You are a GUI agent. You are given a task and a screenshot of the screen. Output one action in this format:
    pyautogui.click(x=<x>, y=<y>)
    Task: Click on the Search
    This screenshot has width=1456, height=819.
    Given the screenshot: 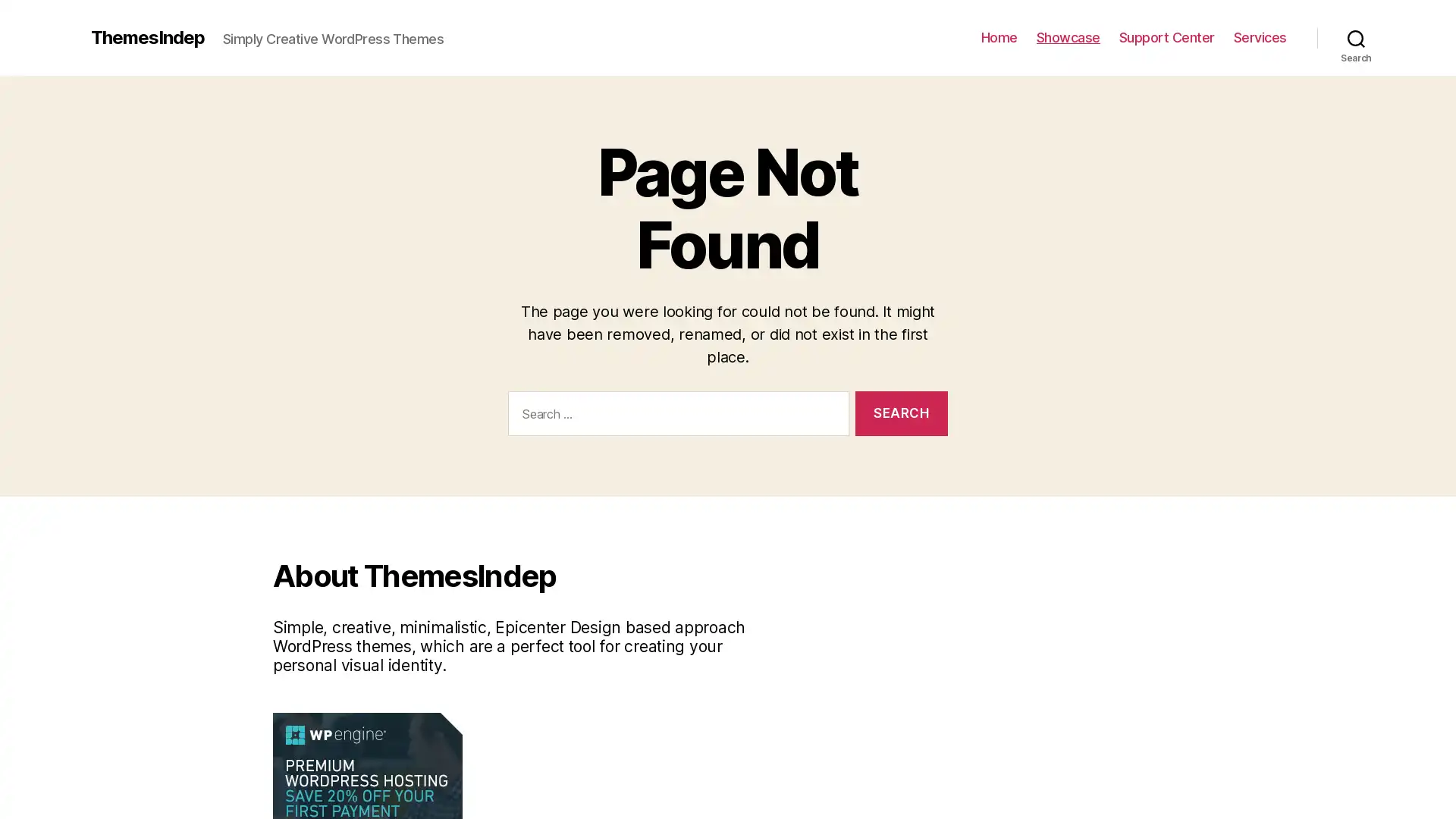 What is the action you would take?
    pyautogui.click(x=901, y=413)
    